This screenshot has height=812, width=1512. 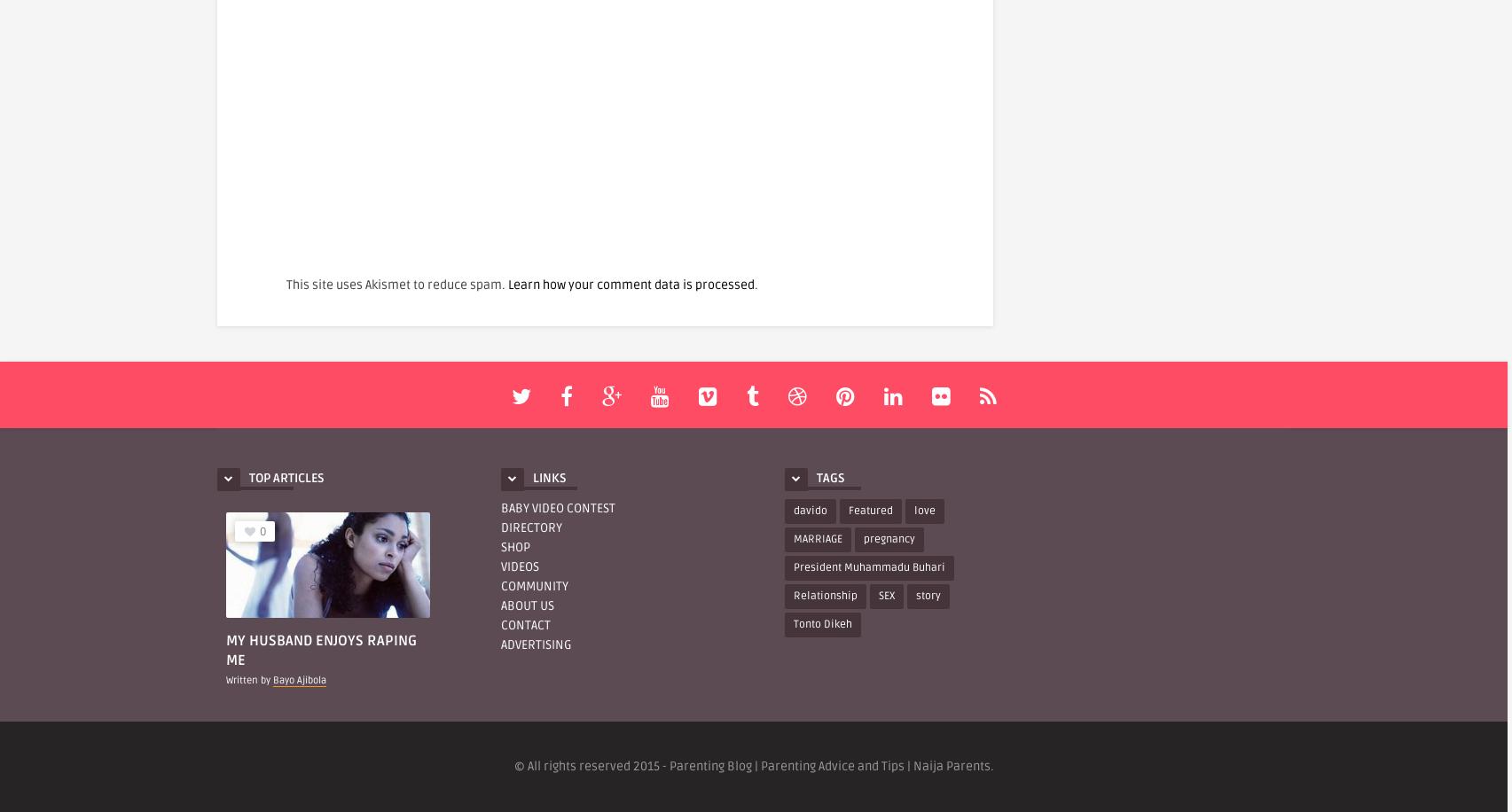 I want to click on 'Written by', so click(x=226, y=679).